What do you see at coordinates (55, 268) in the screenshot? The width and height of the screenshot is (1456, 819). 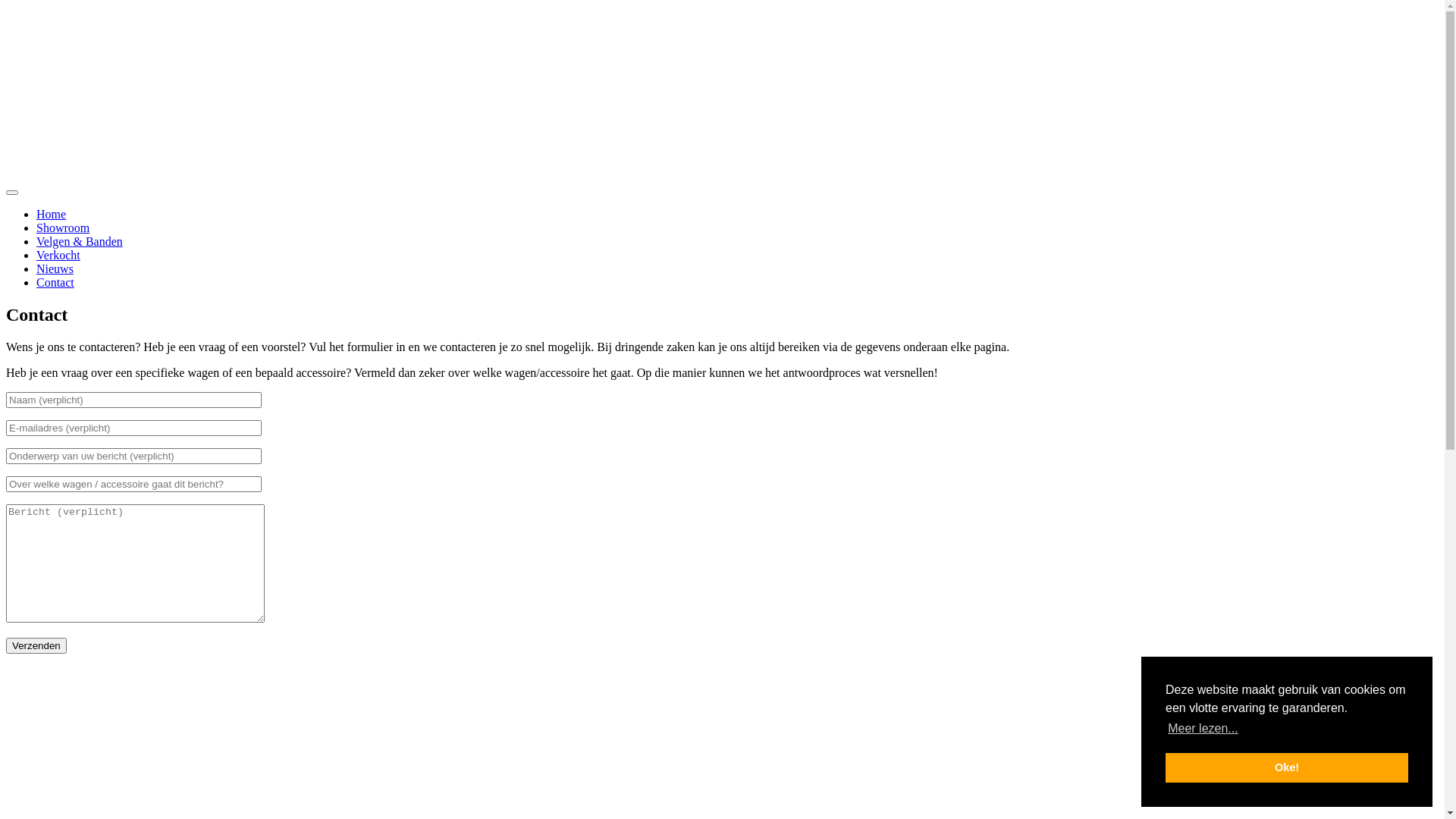 I see `'Nieuws'` at bounding box center [55, 268].